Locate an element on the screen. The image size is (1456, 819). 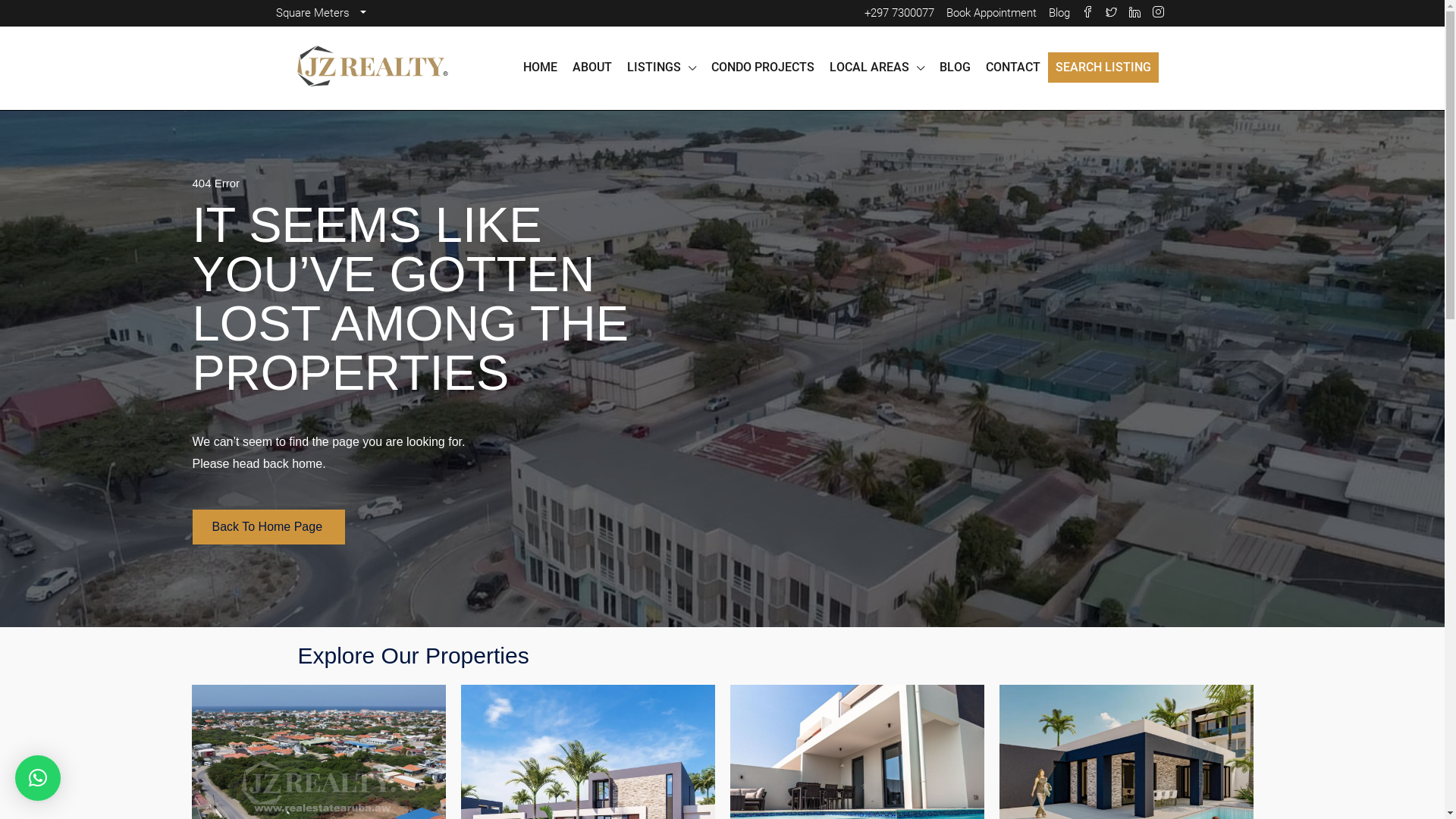
'LISTINGS' is located at coordinates (661, 67).